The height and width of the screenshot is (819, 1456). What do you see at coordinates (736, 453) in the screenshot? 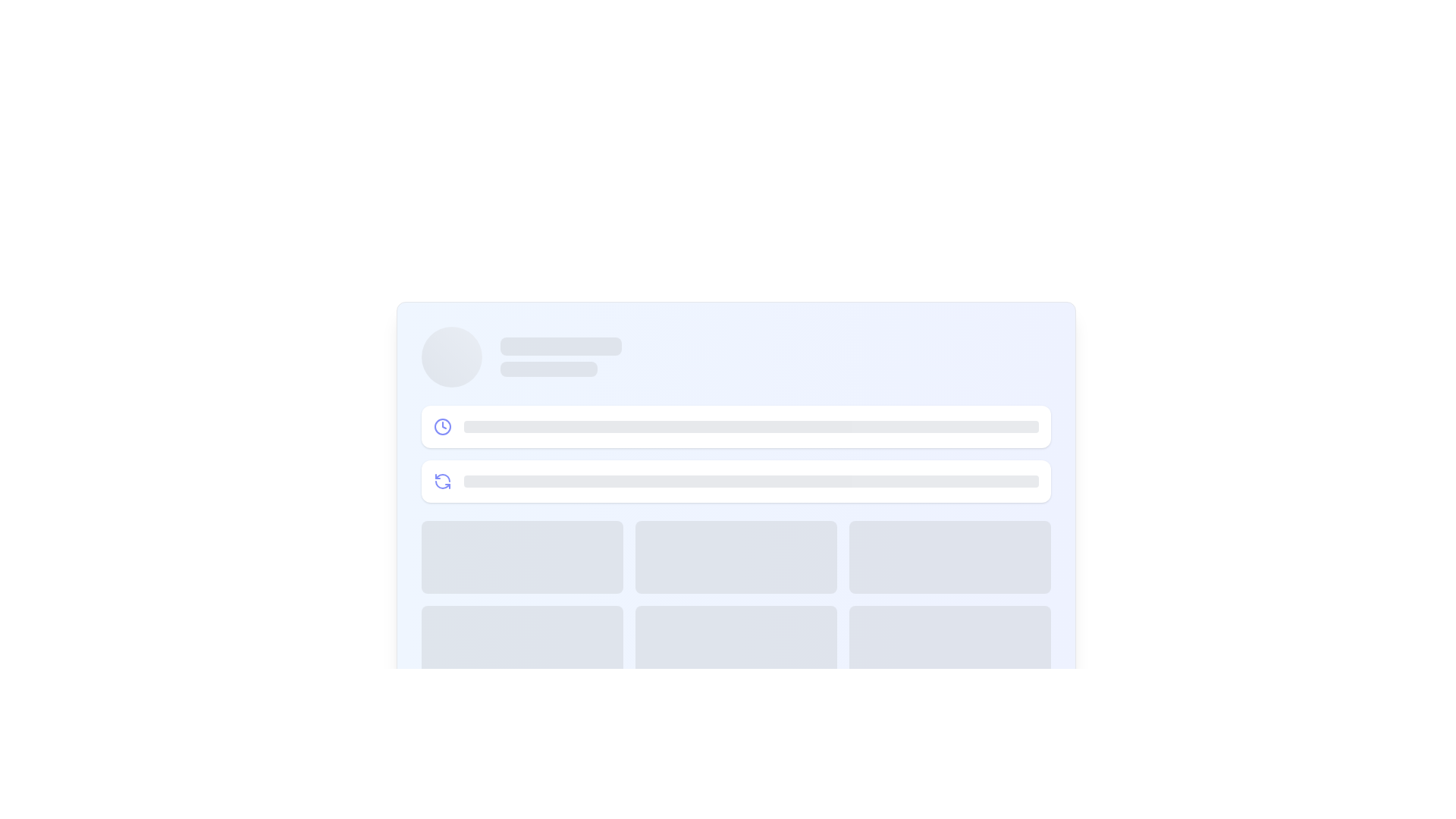
I see `vertically stacked group of two content blocks with blue icons and a loading indicator, located in the upper part of the interface` at bounding box center [736, 453].